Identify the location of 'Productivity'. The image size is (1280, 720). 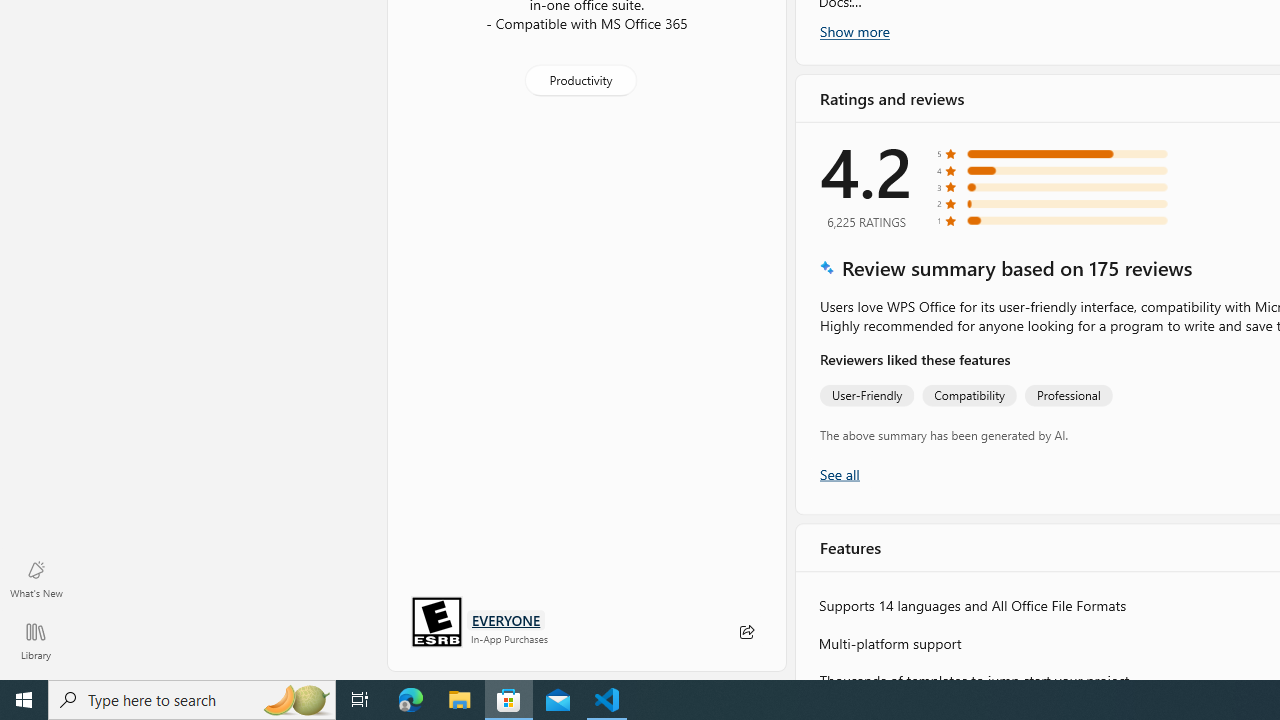
(578, 78).